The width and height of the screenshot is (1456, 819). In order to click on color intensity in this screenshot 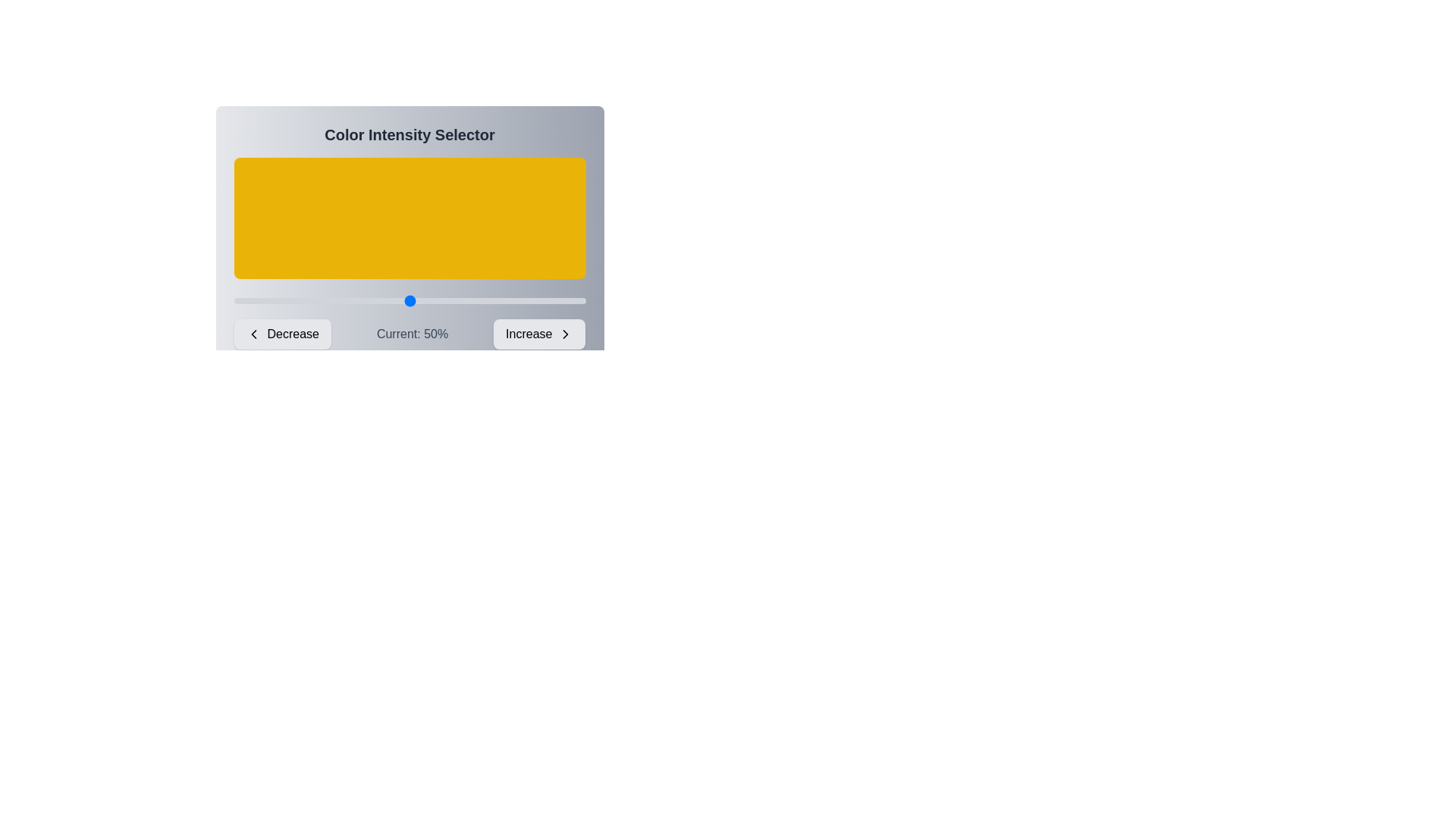, I will do `click(570, 301)`.